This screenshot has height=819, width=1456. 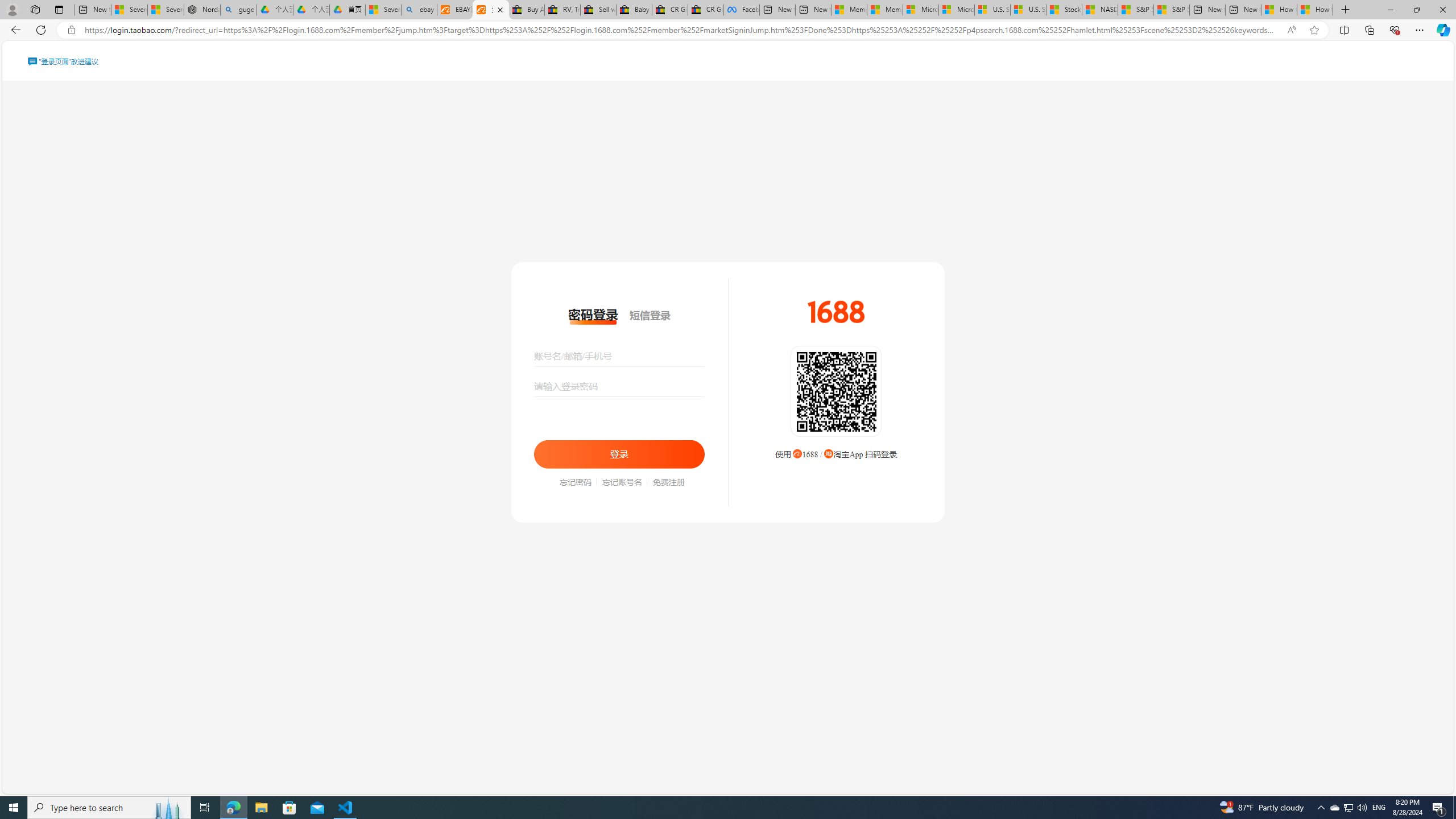 I want to click on 'How to Use a Monitor With Your Closed Laptop', so click(x=1314, y=9).